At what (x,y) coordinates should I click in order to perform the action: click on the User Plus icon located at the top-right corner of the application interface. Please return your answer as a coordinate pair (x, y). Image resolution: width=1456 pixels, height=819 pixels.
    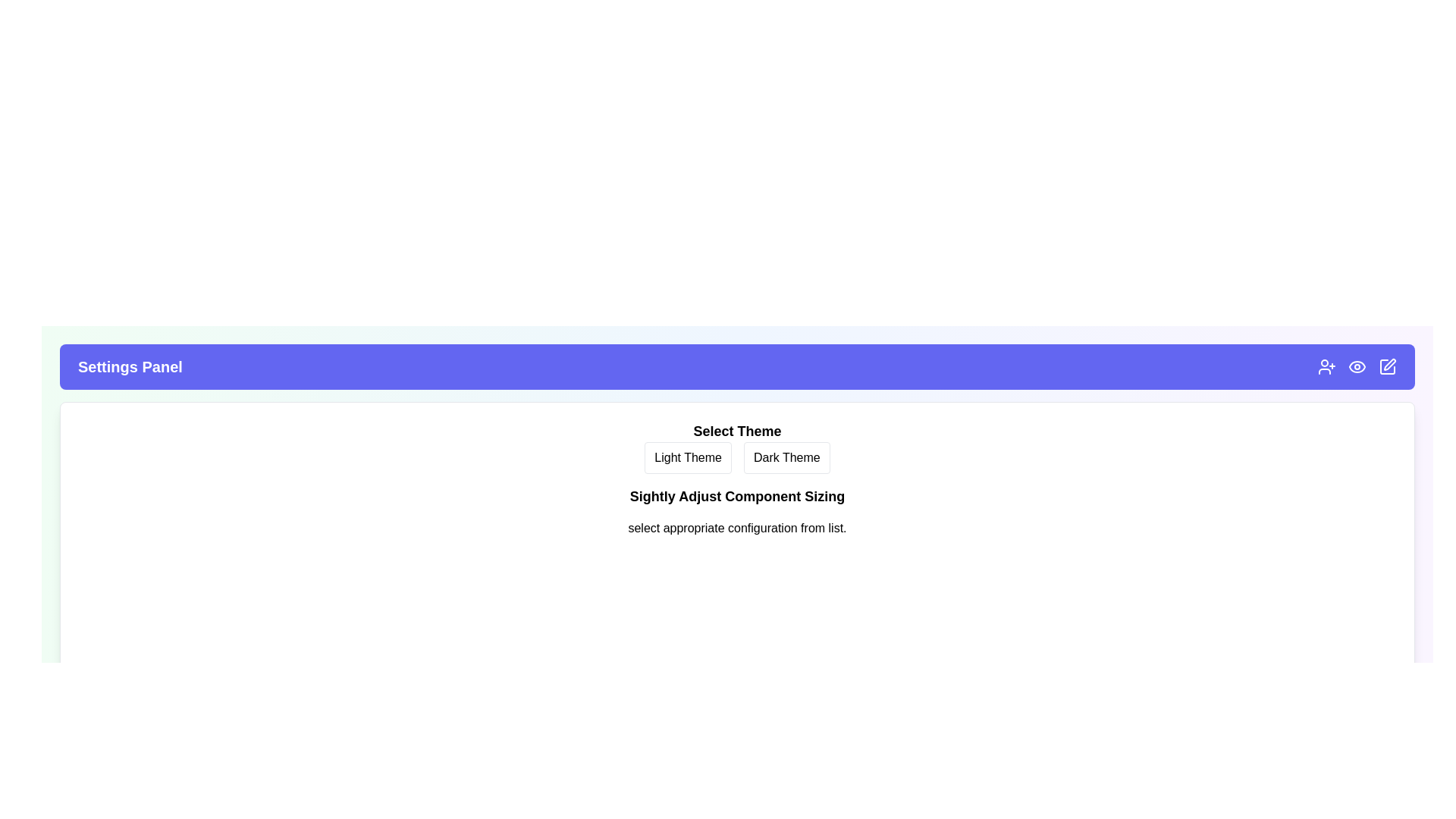
    Looking at the image, I should click on (1326, 366).